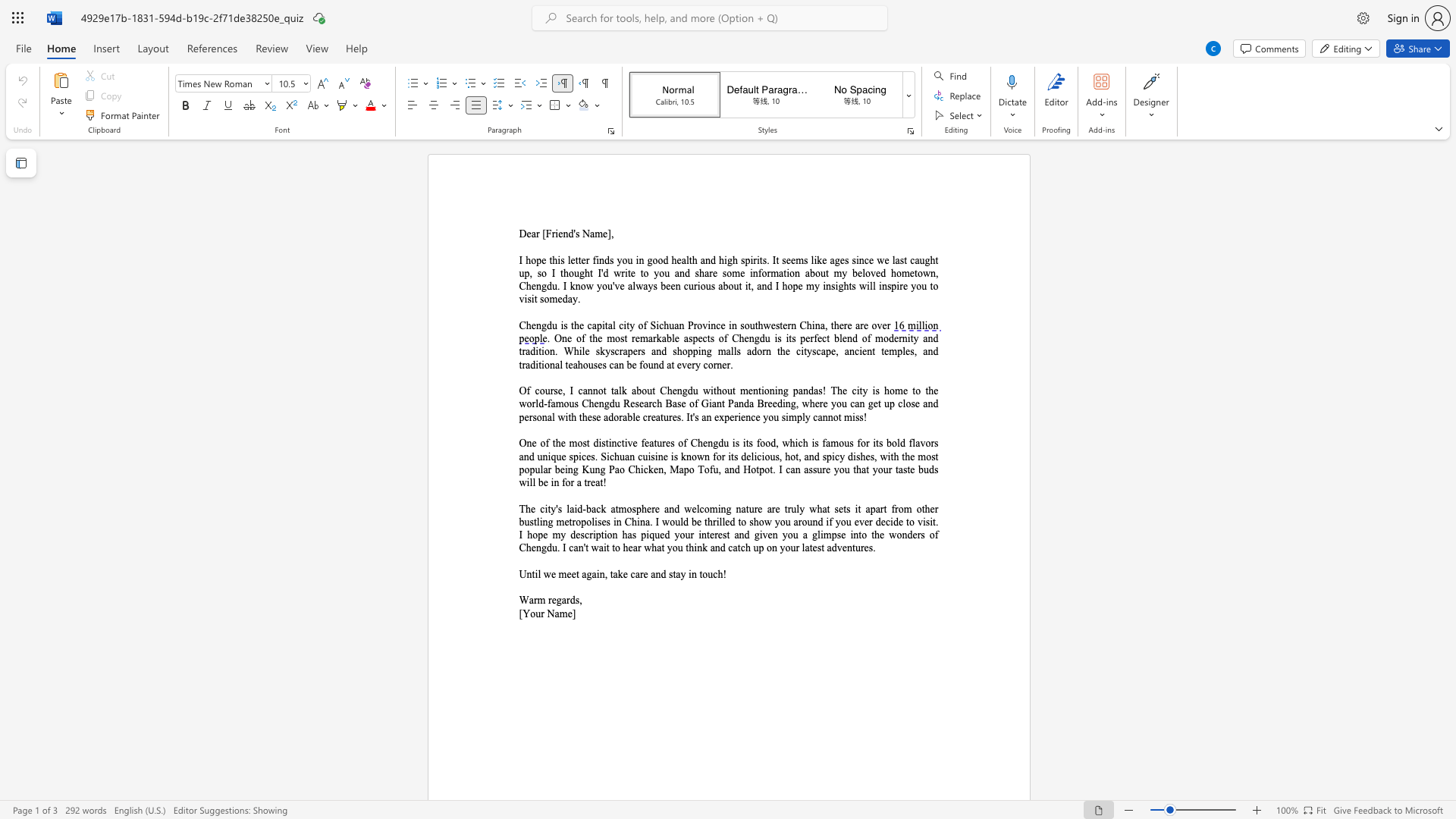 This screenshot has height=819, width=1456. Describe the element at coordinates (546, 234) in the screenshot. I see `the space between the continuous character "[" and "F" in the text` at that location.